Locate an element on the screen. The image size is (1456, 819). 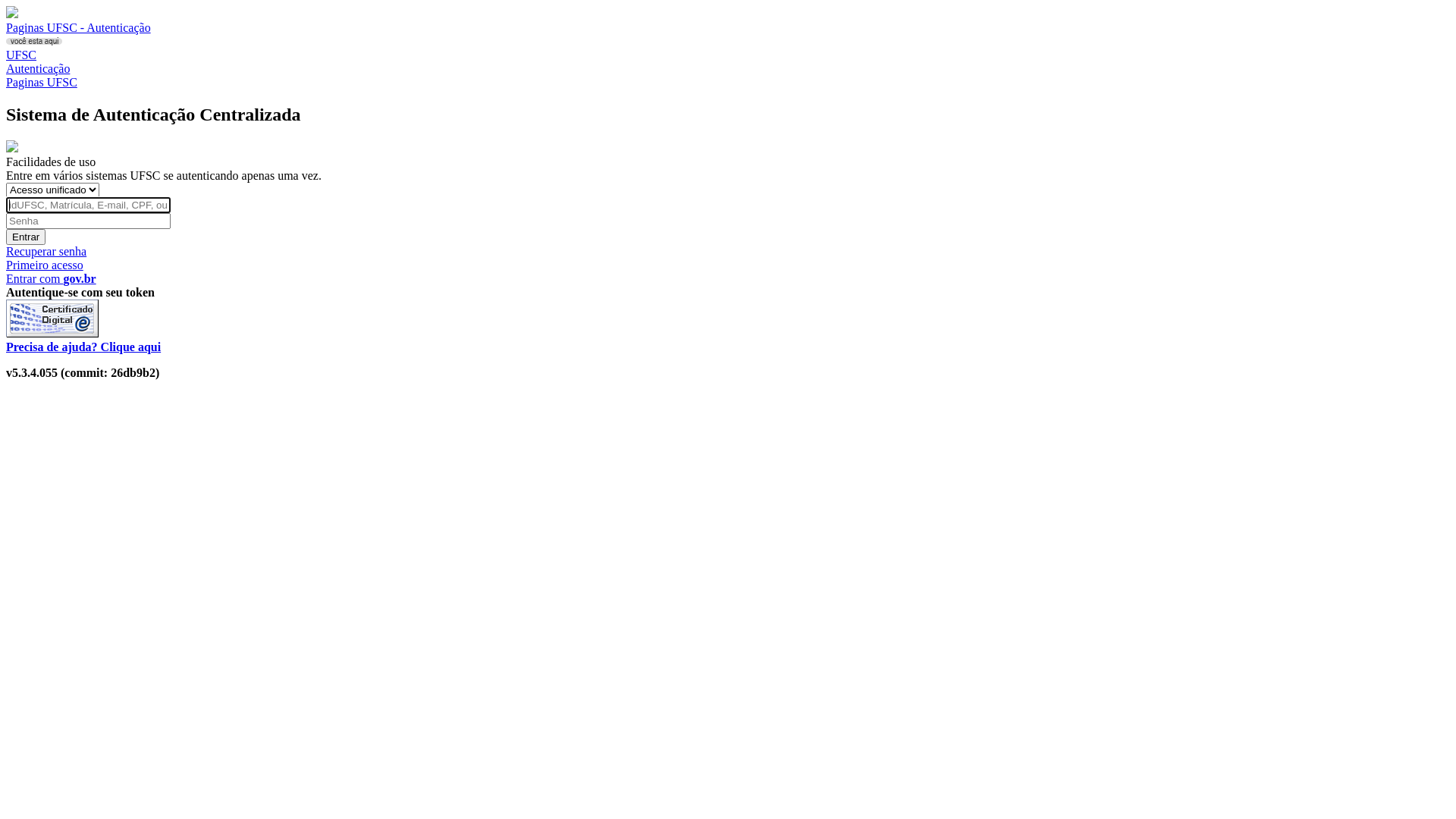
'Paginas UFSC' is located at coordinates (41, 82).